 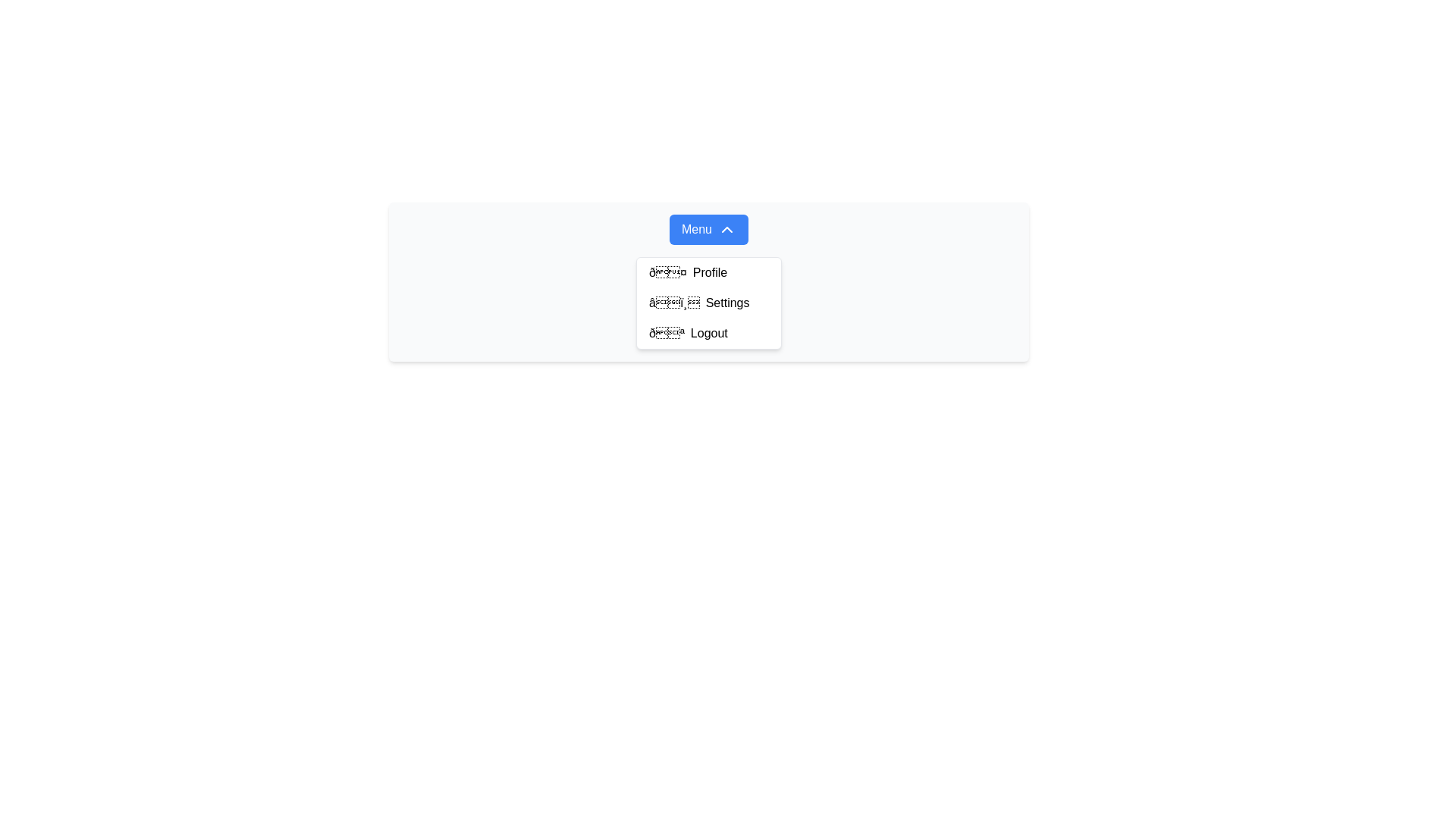 I want to click on the Logout option in the dropdown menu, so click(x=708, y=332).